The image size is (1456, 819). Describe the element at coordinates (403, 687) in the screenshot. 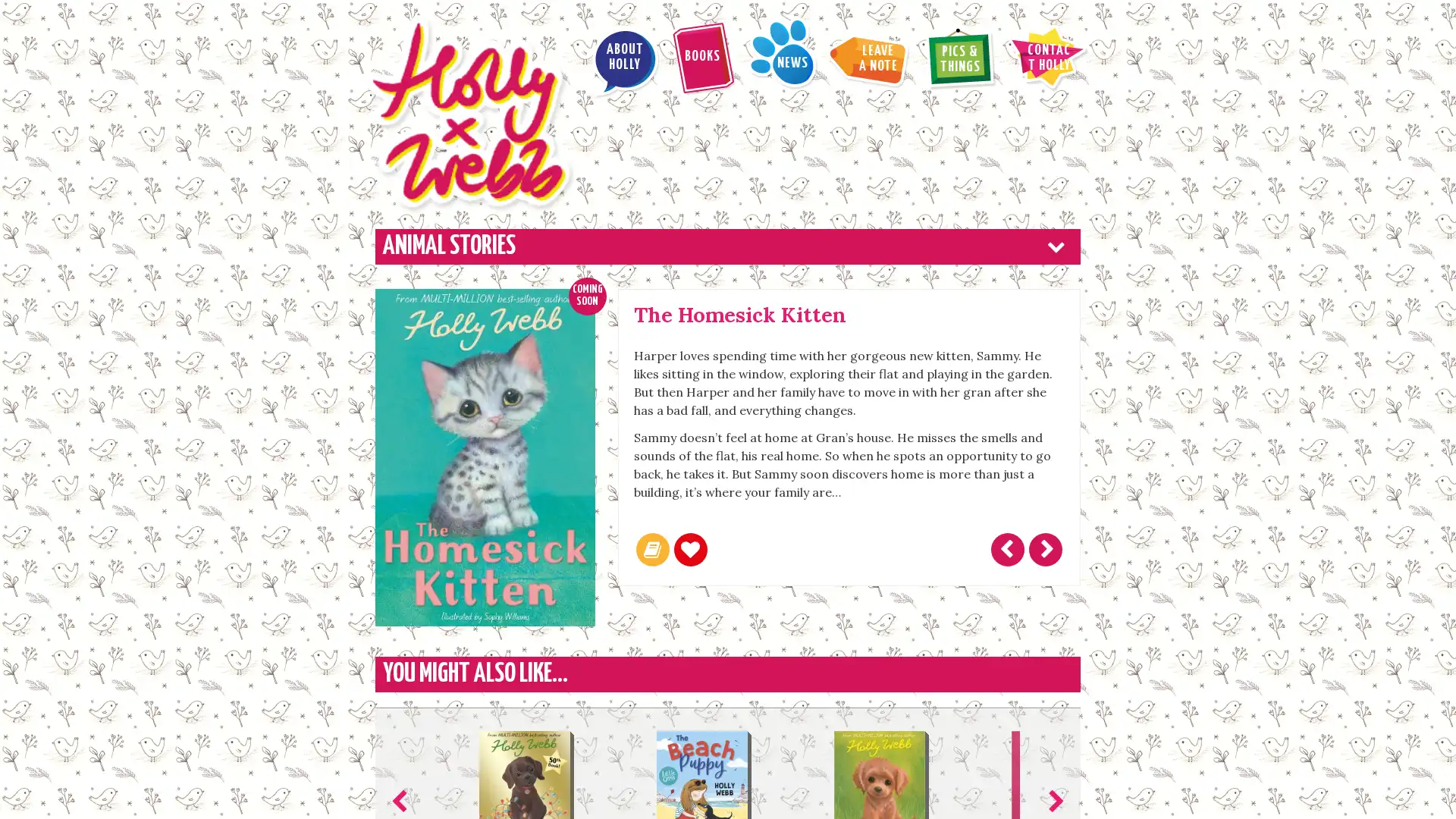

I see `Previous` at that location.